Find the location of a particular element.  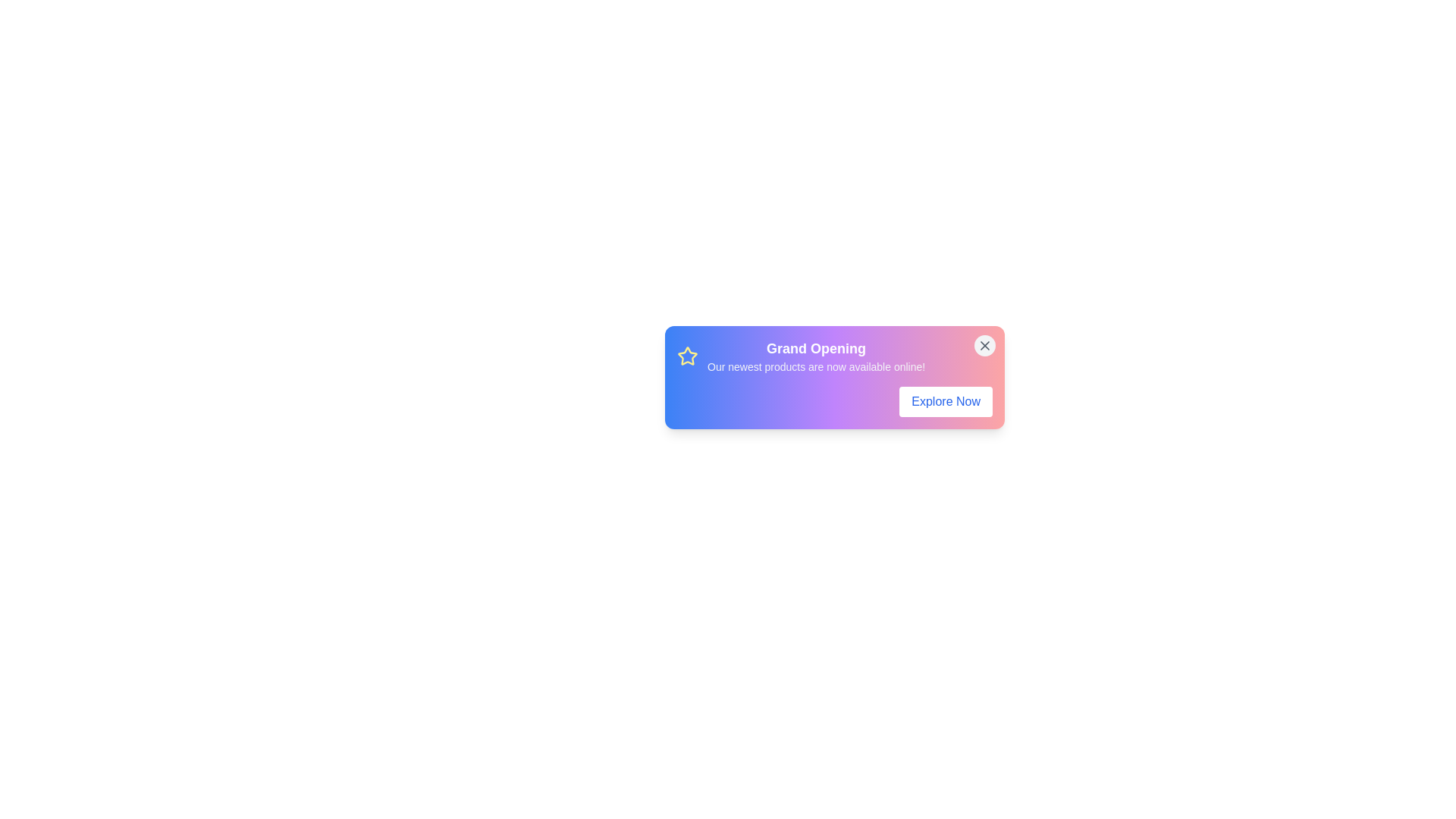

the close button located in the top-right corner of the gradient-colored rectangular box to observe the hover style change is located at coordinates (985, 346).